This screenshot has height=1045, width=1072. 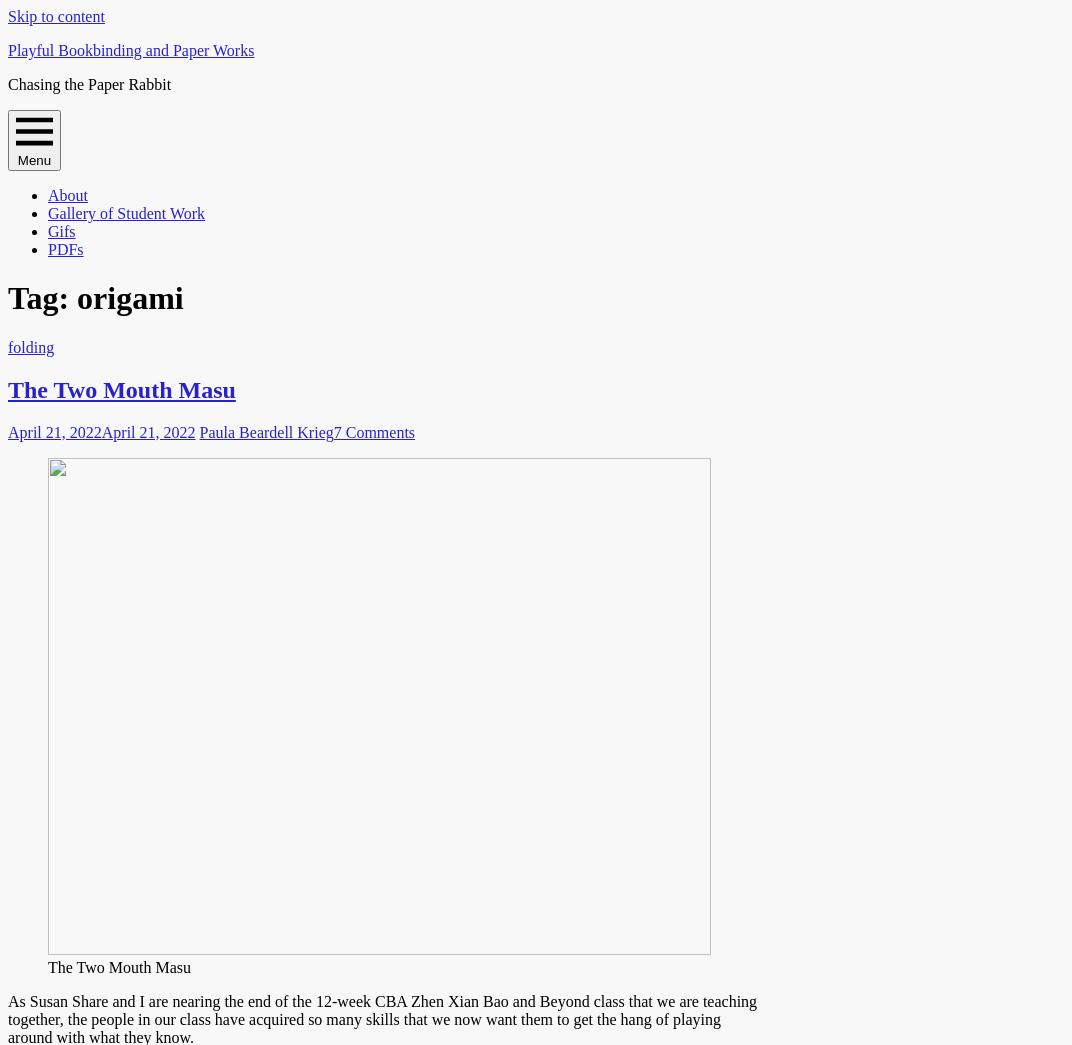 What do you see at coordinates (126, 213) in the screenshot?
I see `'Gallery of Student Work'` at bounding box center [126, 213].